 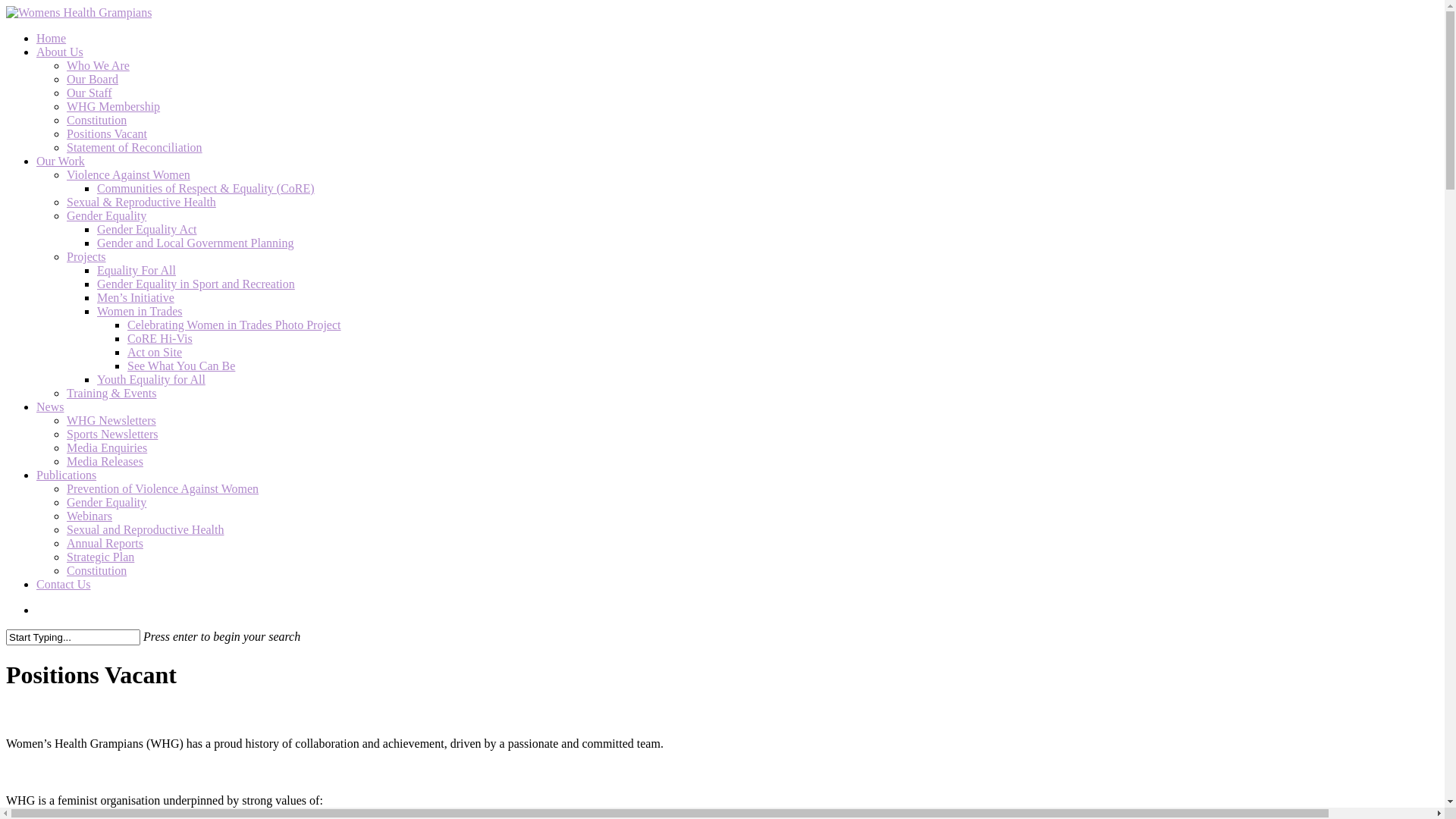 What do you see at coordinates (99, 557) in the screenshot?
I see `'Strategic Plan'` at bounding box center [99, 557].